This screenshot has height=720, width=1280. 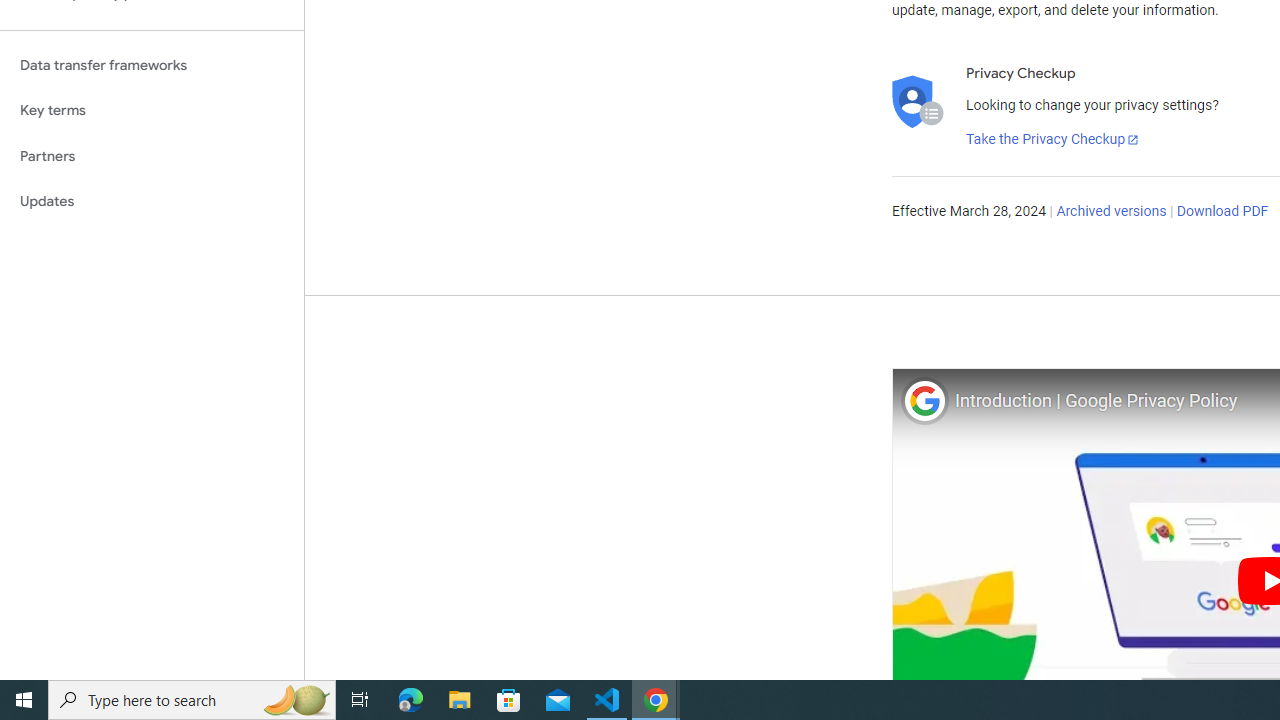 I want to click on 'Photo image of Google', so click(x=923, y=400).